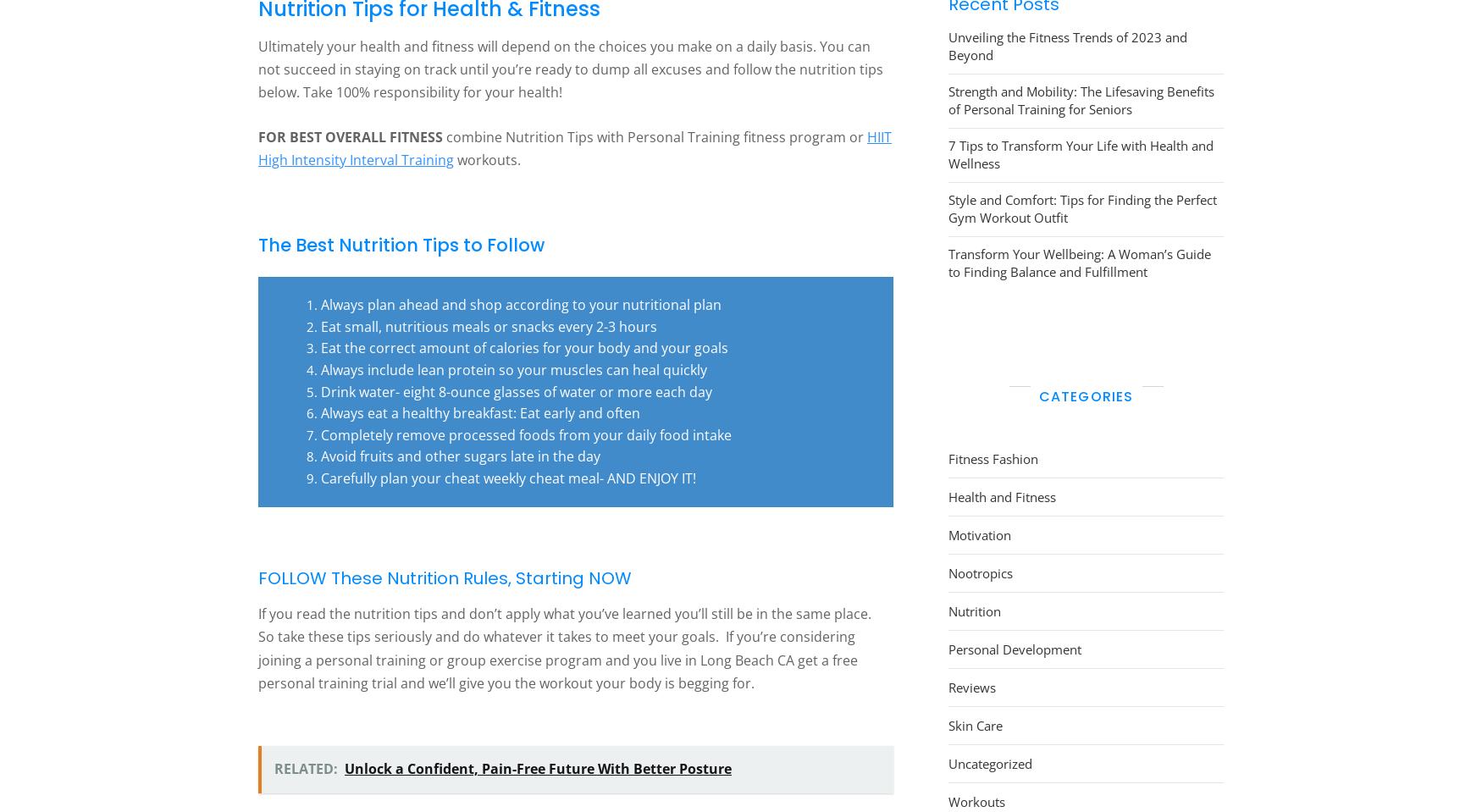 This screenshot has height=812, width=1482. What do you see at coordinates (537, 768) in the screenshot?
I see `'Unlock a Confident, Pain-Free Future With Better Posture'` at bounding box center [537, 768].